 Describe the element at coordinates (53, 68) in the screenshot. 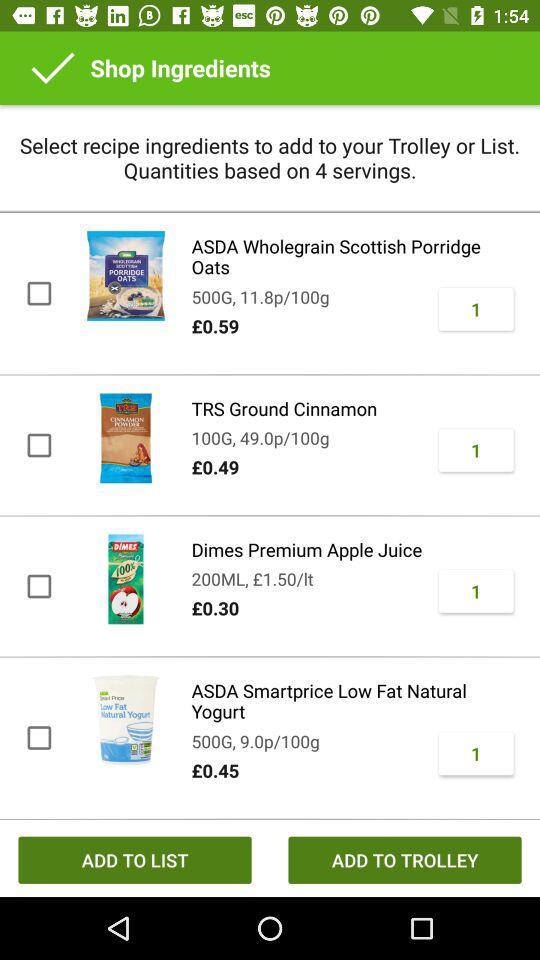

I see `icon to the left of shop ingredients` at that location.